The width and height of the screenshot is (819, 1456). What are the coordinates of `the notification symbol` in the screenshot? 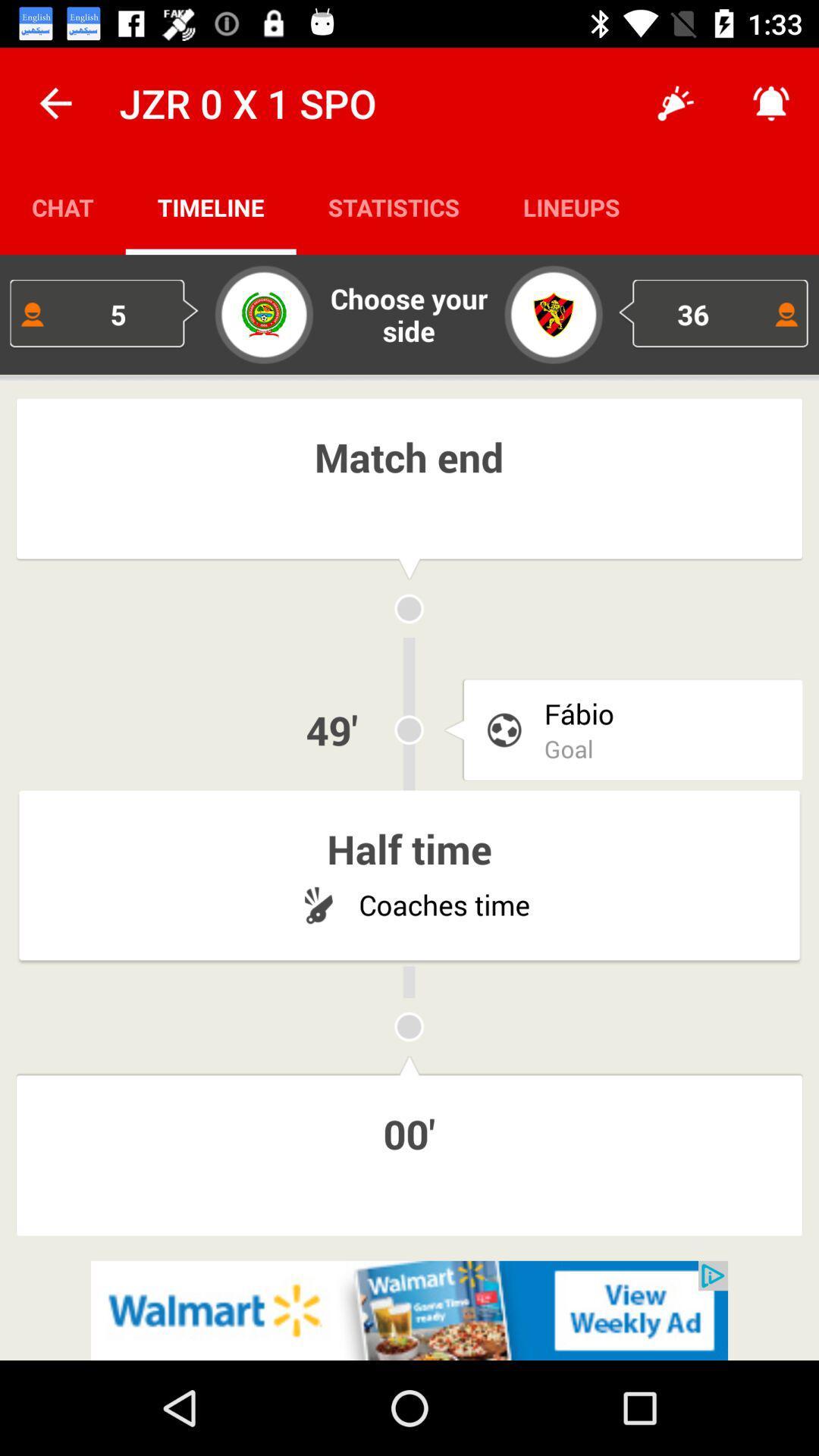 It's located at (771, 103).